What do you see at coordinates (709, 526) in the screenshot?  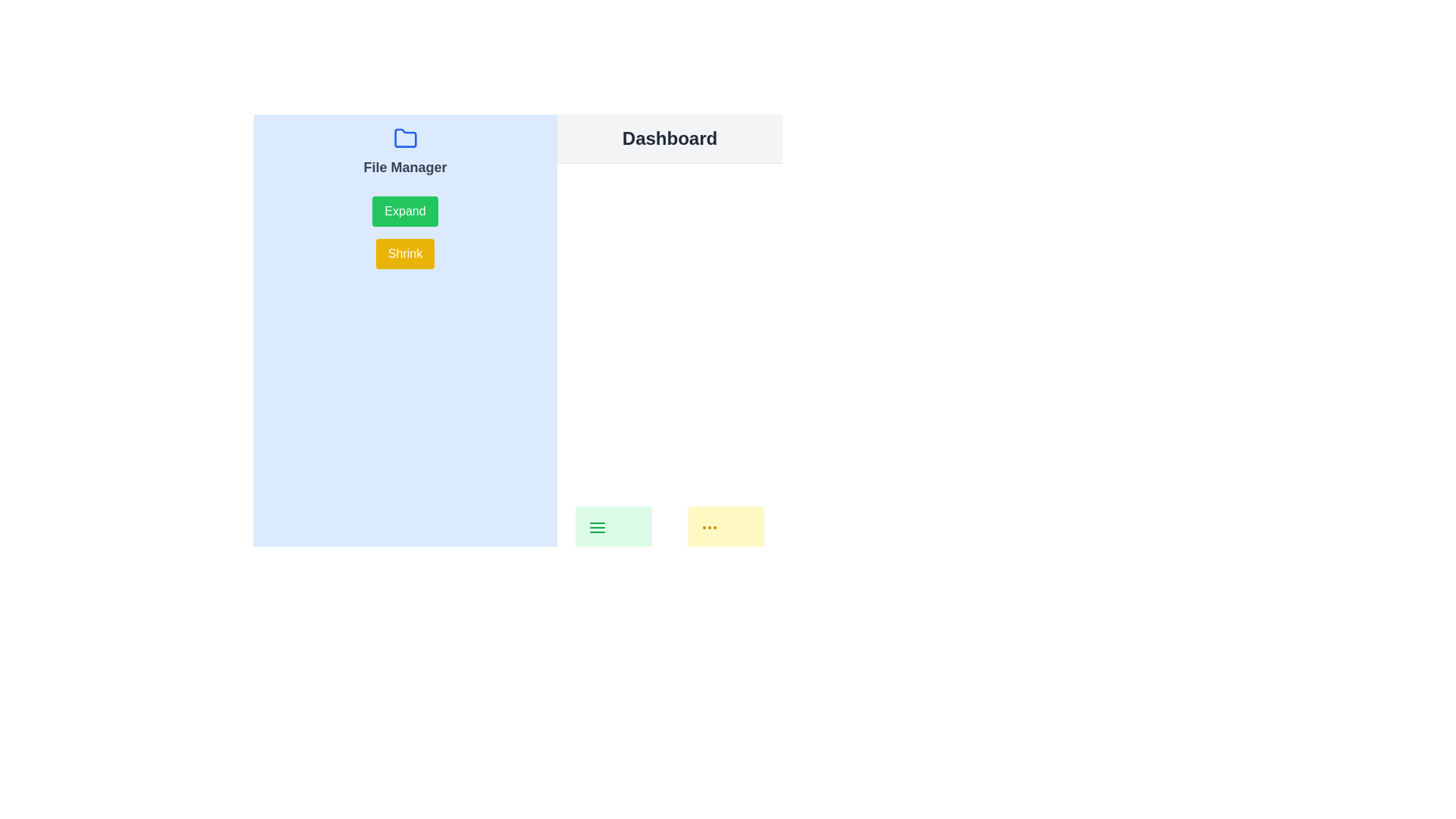 I see `the icon located at the top of the 'Pending Reviews' light yellow card, which represents options or additional actions` at bounding box center [709, 526].